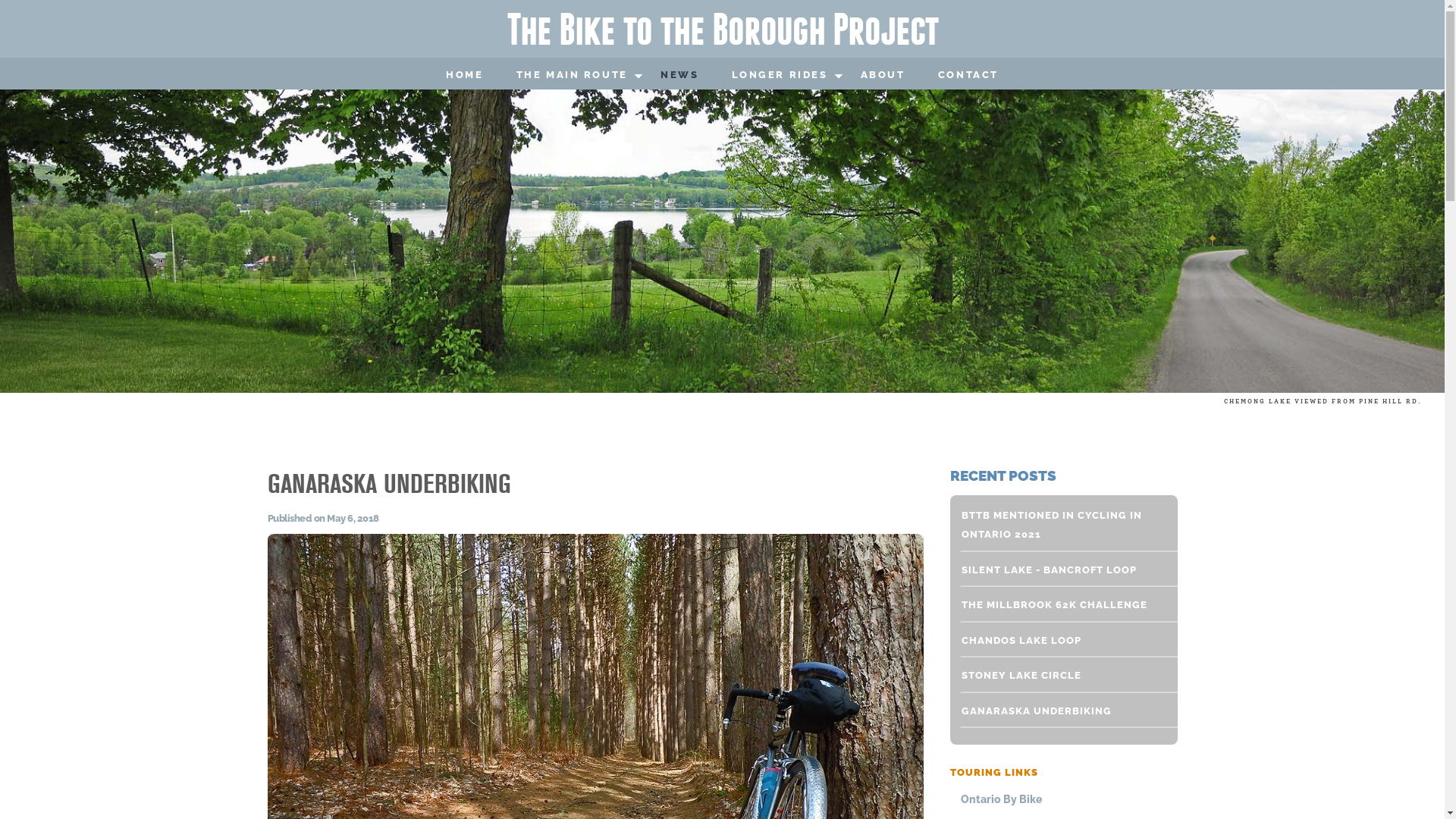 Image resolution: width=1456 pixels, height=819 pixels. I want to click on 'LONGER RIDES', so click(779, 75).